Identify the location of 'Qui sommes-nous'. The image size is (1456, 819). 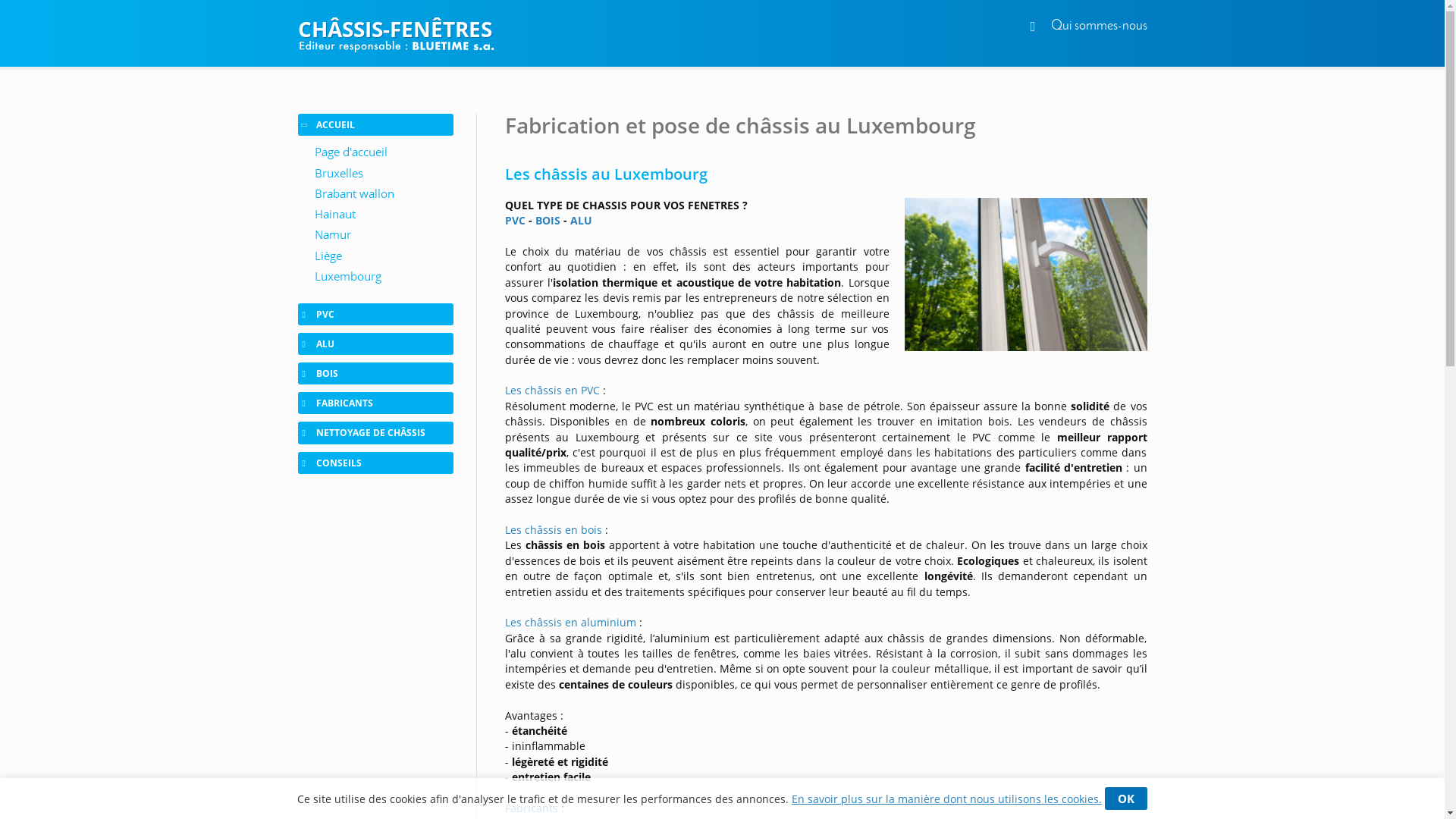
(1099, 26).